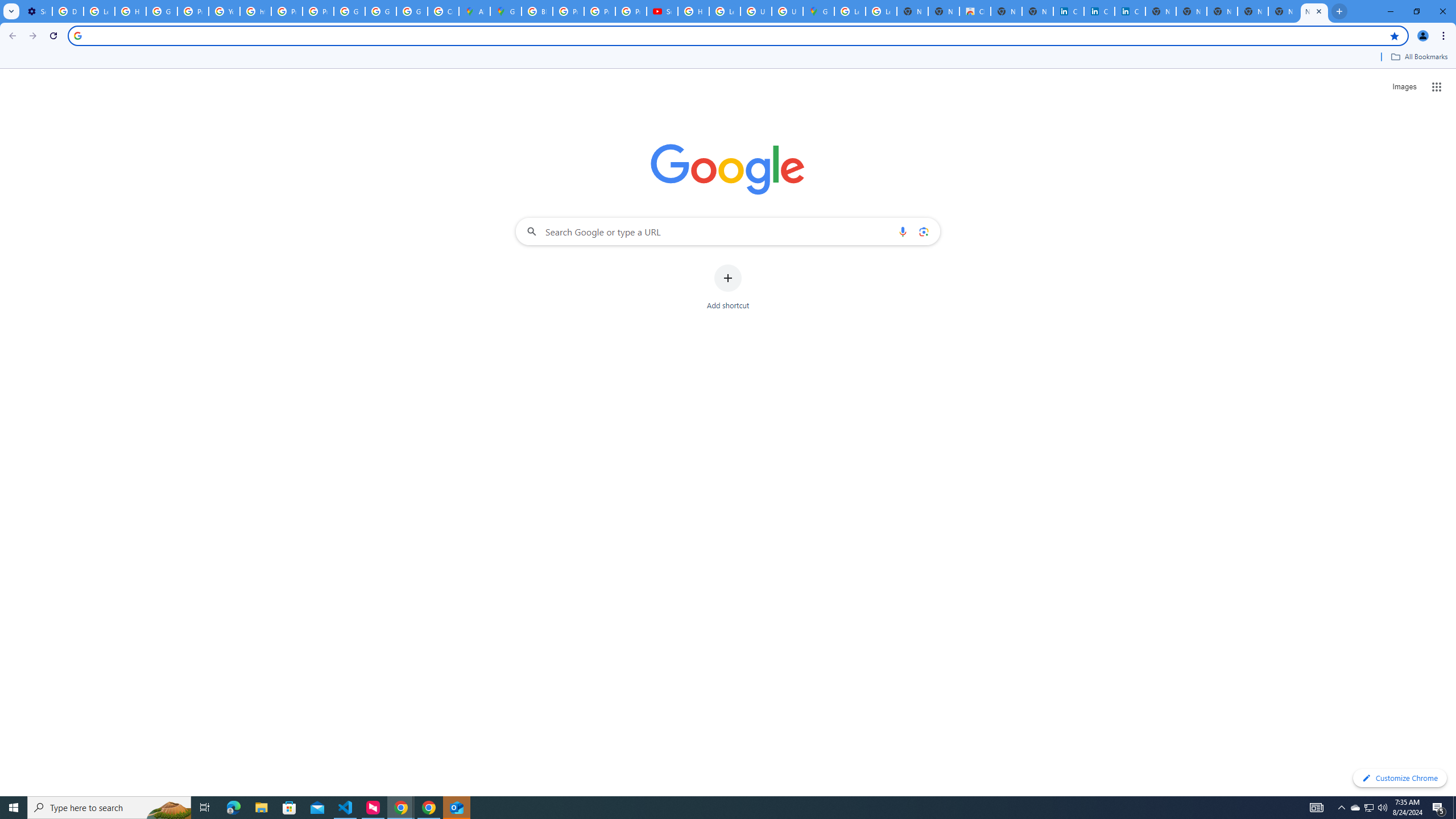 The width and height of the screenshot is (1456, 819). What do you see at coordinates (1400, 777) in the screenshot?
I see `'Customize Chrome'` at bounding box center [1400, 777].